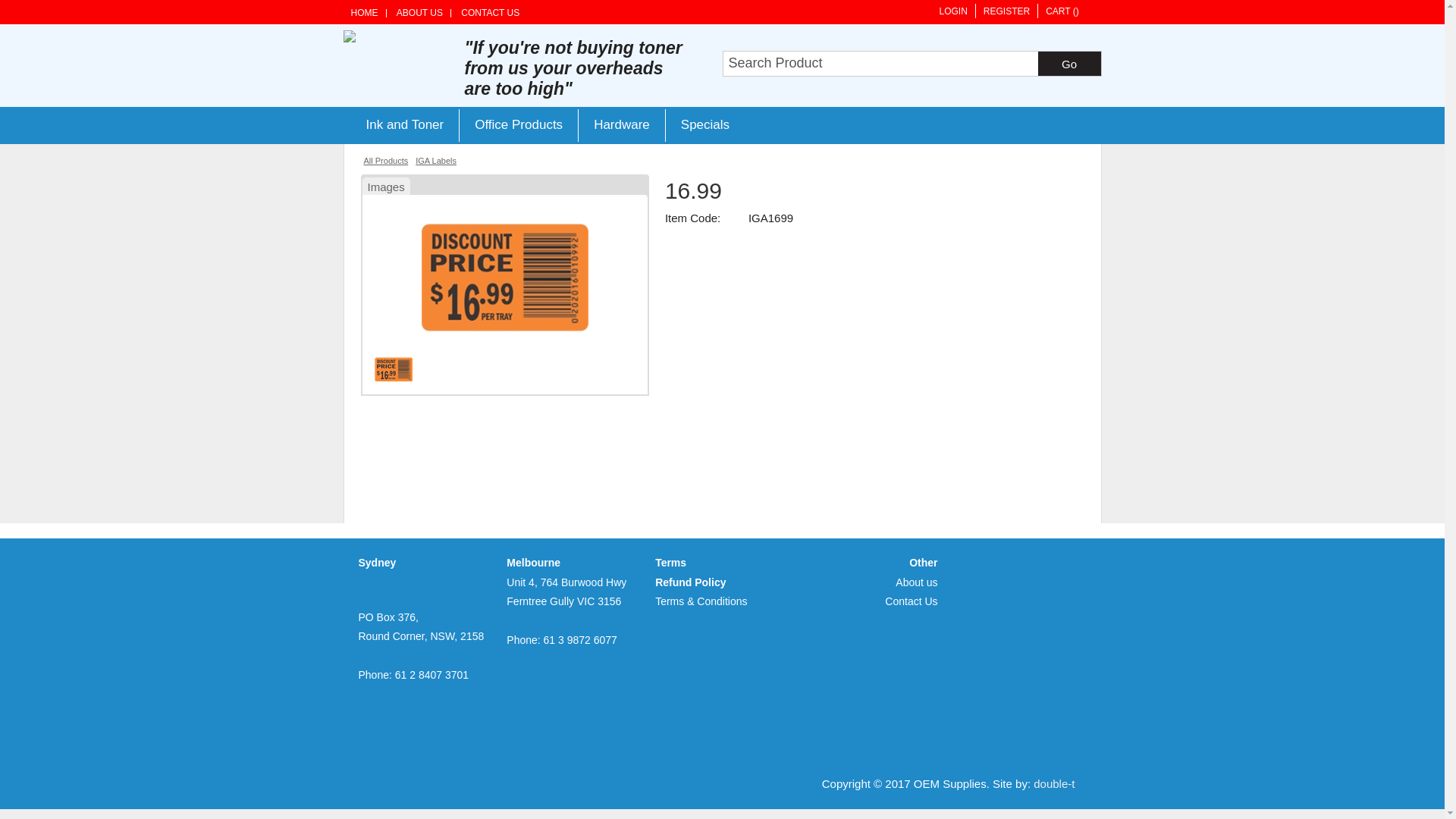 The width and height of the screenshot is (1456, 819). Describe the element at coordinates (700, 601) in the screenshot. I see `'Terms & Conditions'` at that location.